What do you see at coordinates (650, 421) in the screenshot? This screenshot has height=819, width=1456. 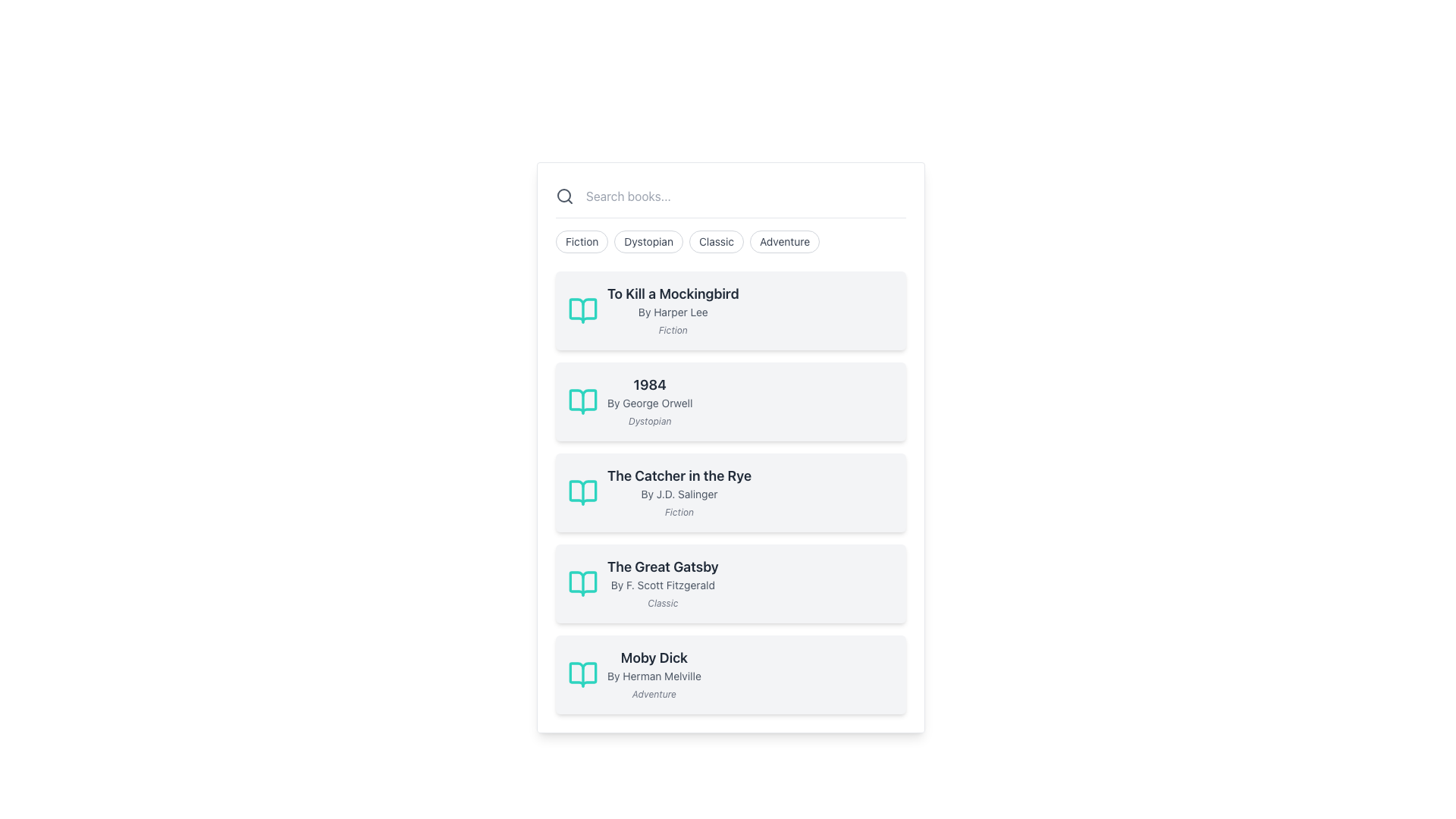 I see `the text label that describes the genre of the book '1984' as 'Dystopian', positioned below the author's name 'By George Orwell' within the book entry card` at bounding box center [650, 421].